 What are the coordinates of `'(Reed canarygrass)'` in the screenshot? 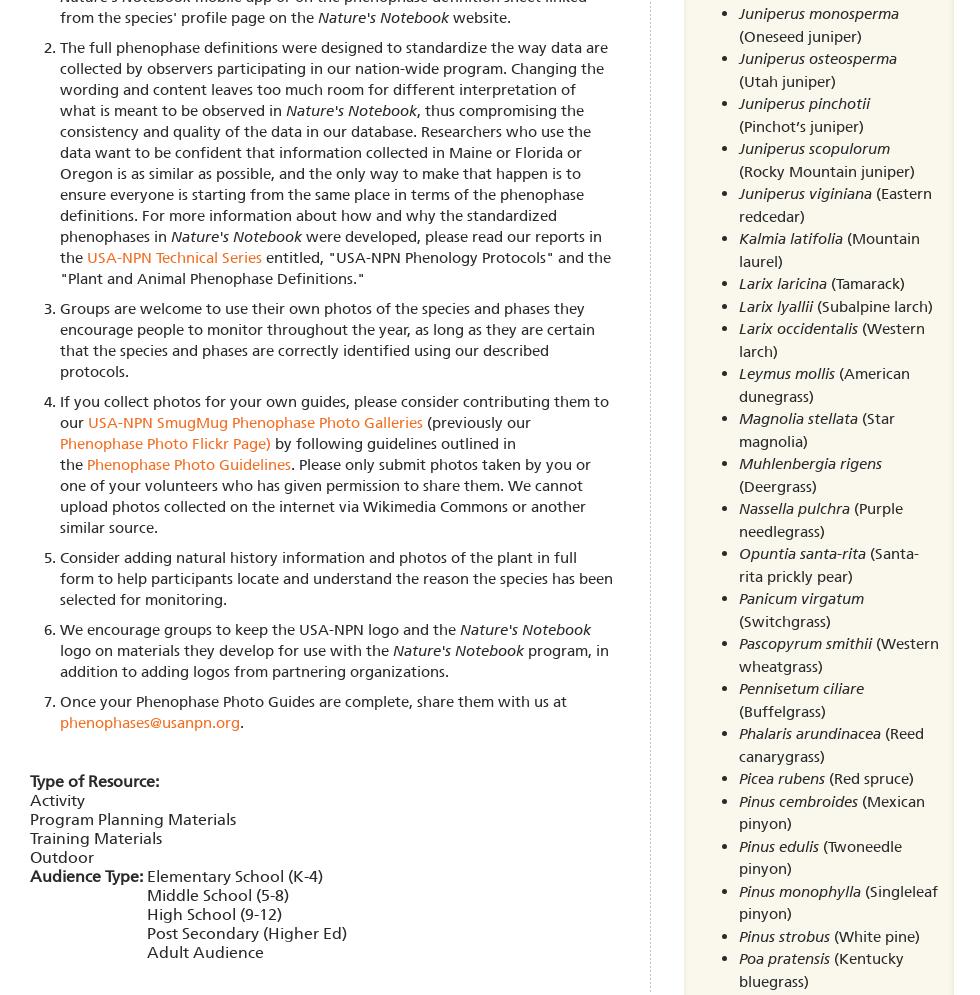 It's located at (830, 743).